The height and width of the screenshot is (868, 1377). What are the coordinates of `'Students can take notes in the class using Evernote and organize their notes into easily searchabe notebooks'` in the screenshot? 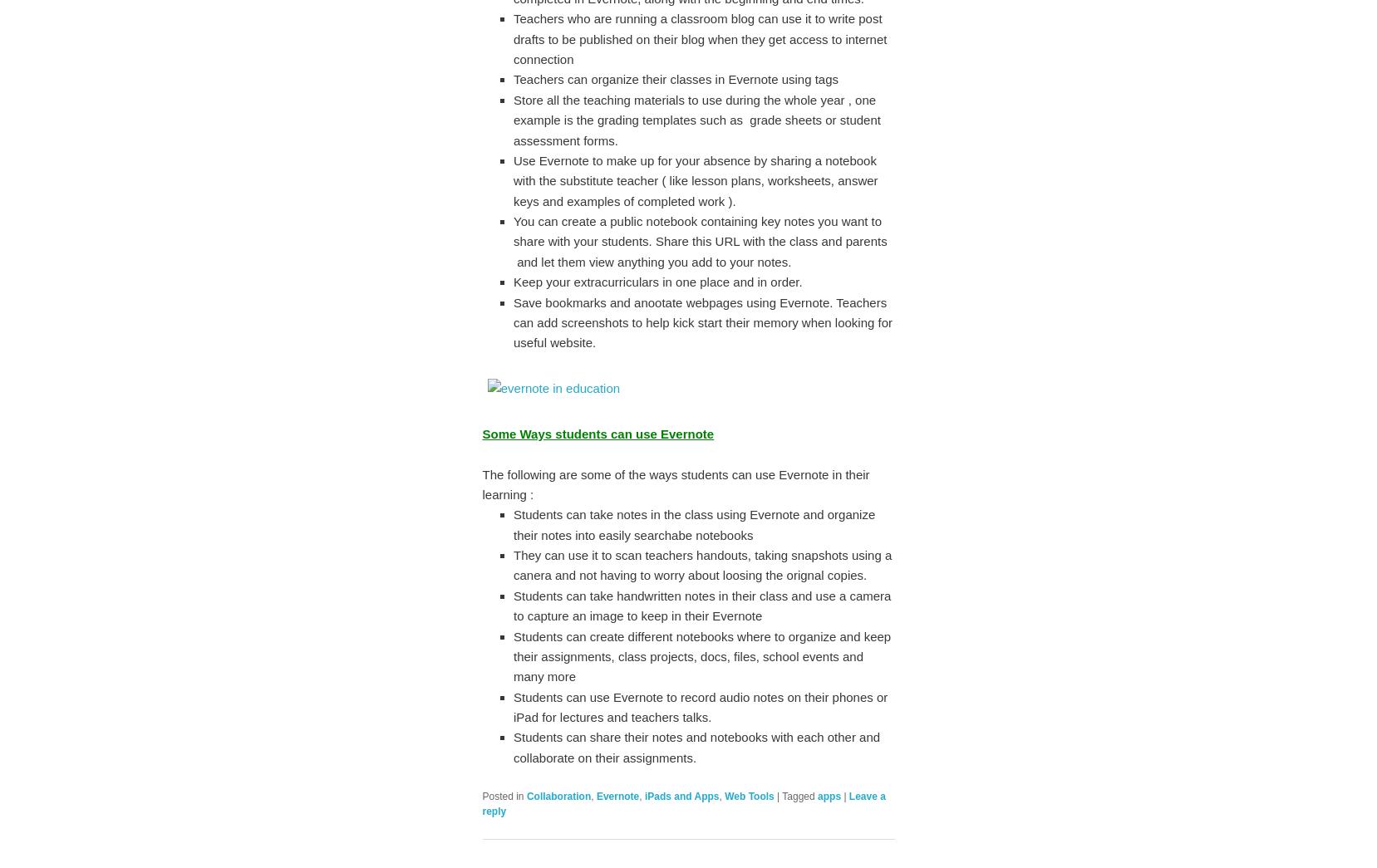 It's located at (694, 523).